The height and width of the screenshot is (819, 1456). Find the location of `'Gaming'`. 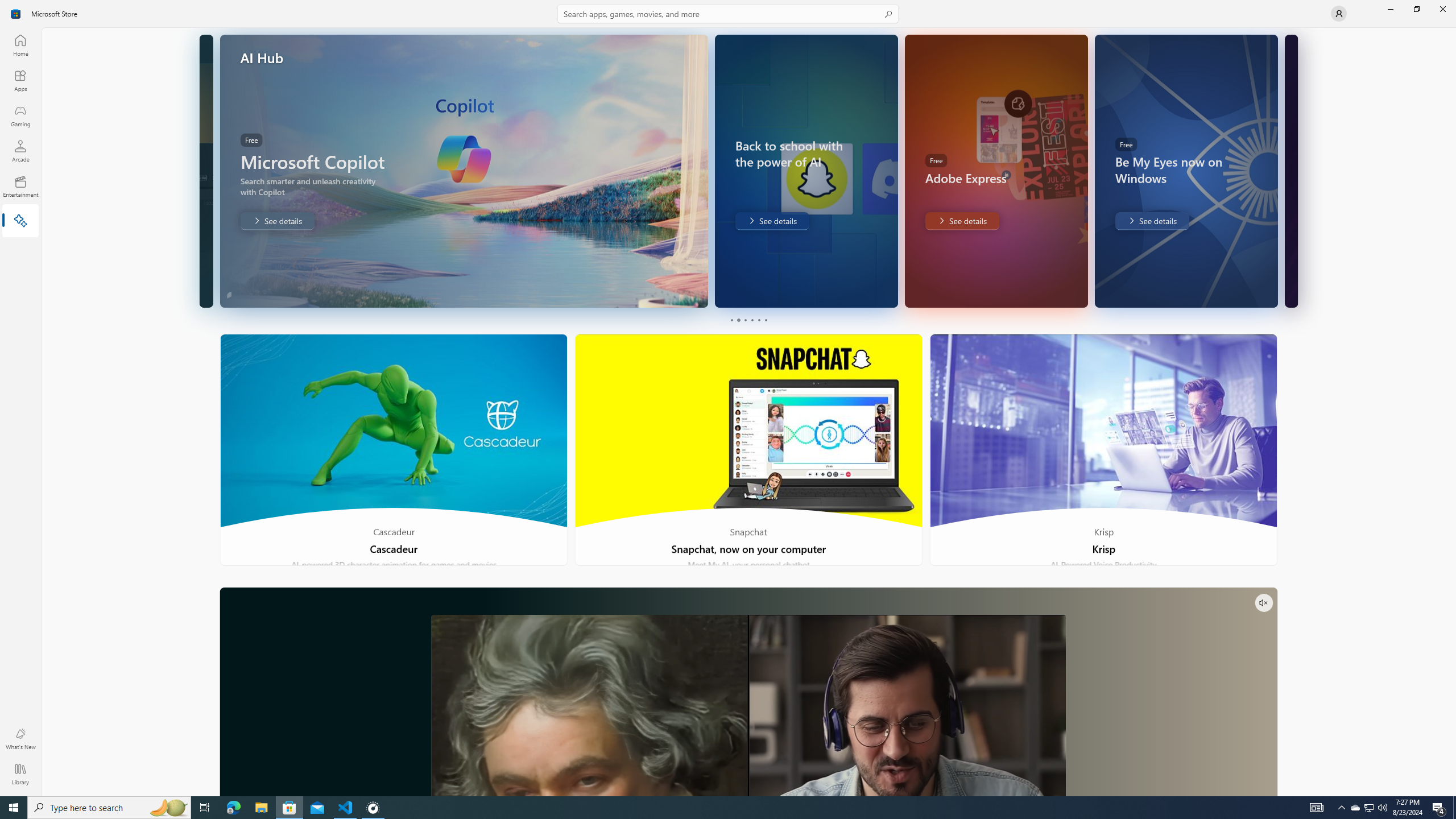

'Gaming' is located at coordinates (19, 115).